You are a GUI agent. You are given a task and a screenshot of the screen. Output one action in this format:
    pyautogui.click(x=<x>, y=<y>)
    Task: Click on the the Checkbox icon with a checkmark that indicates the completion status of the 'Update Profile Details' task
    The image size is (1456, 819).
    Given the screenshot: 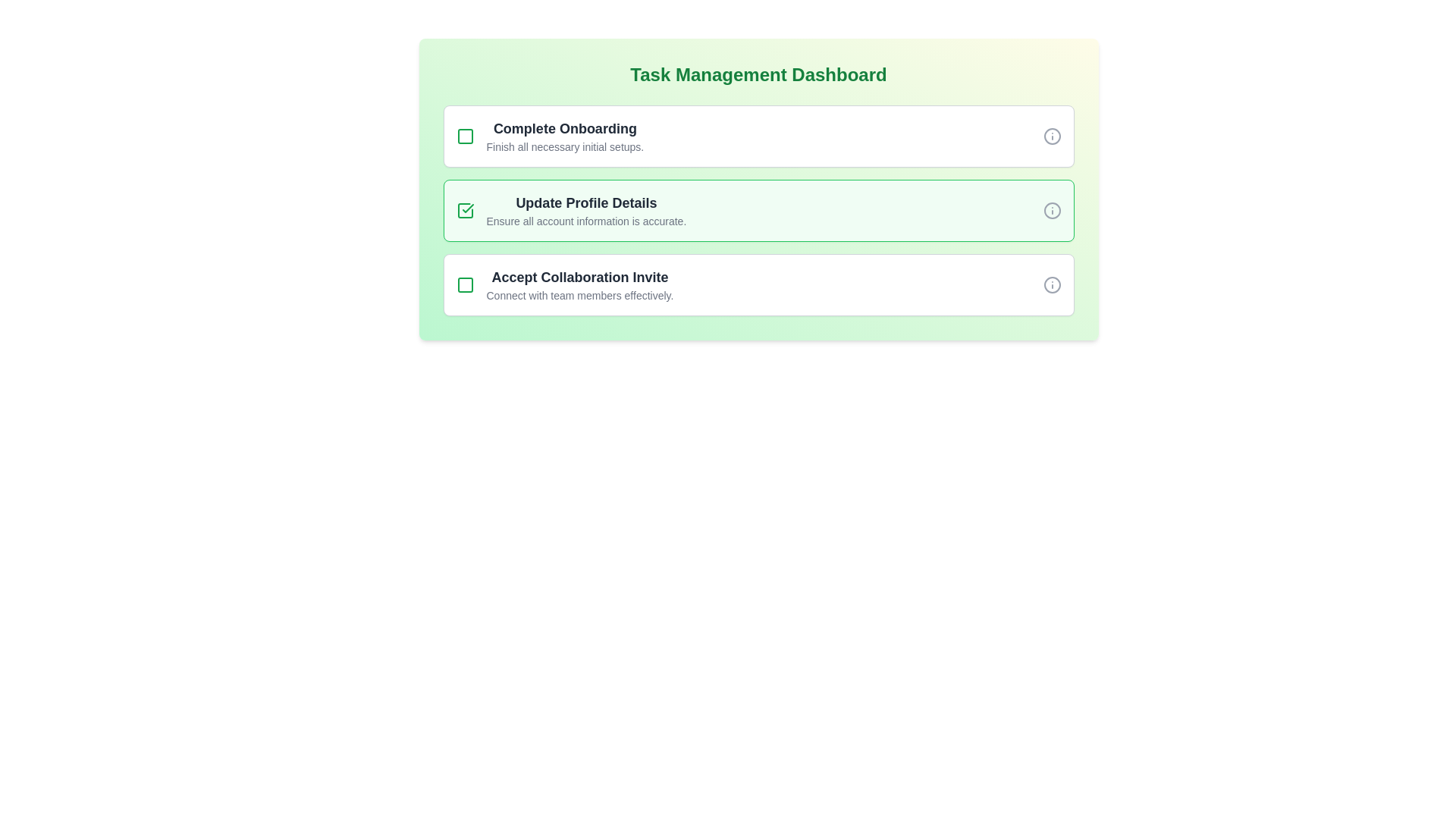 What is the action you would take?
    pyautogui.click(x=464, y=210)
    